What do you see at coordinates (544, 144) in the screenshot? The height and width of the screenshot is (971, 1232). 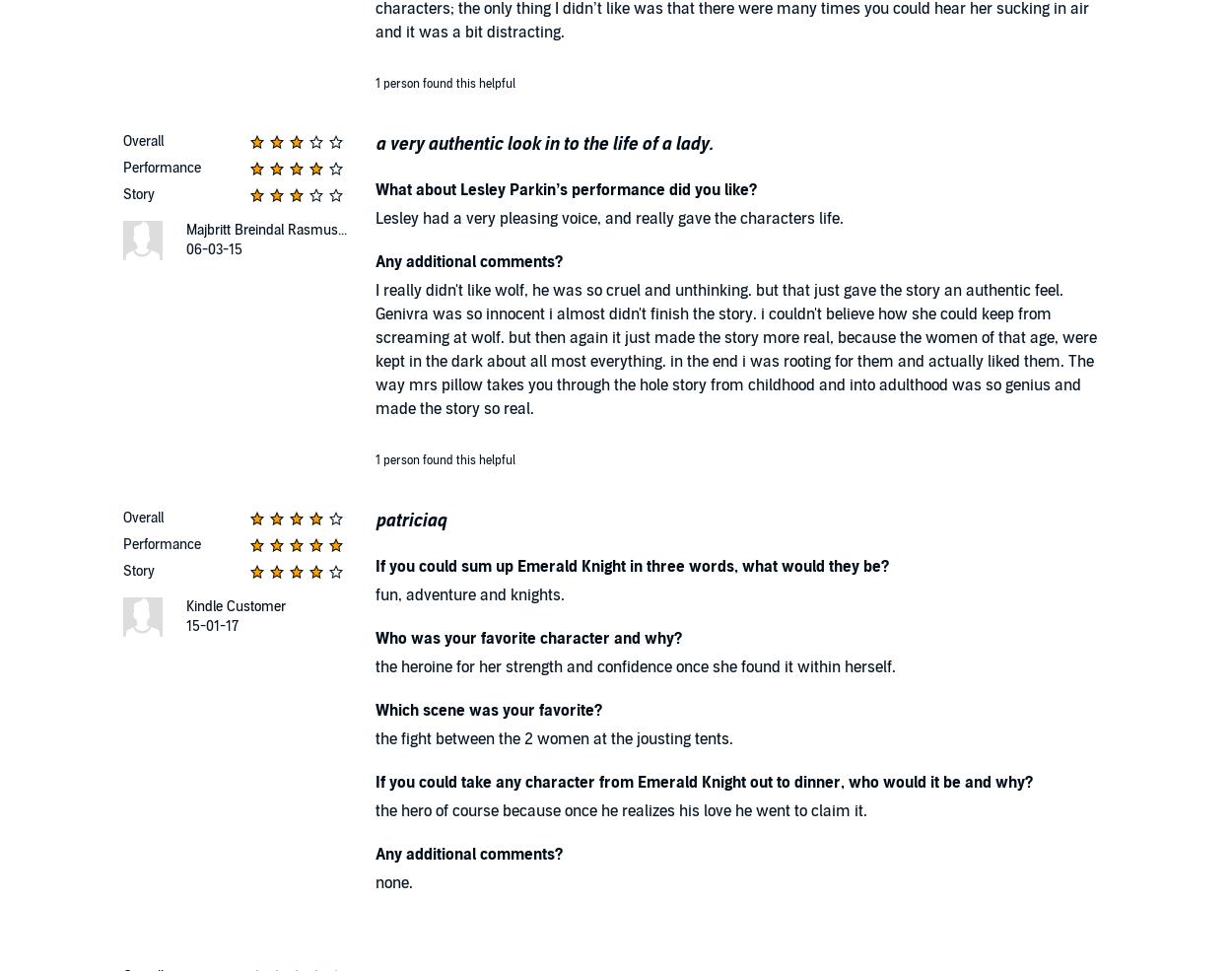 I see `'a very authentic look in to the life of a lady.'` at bounding box center [544, 144].